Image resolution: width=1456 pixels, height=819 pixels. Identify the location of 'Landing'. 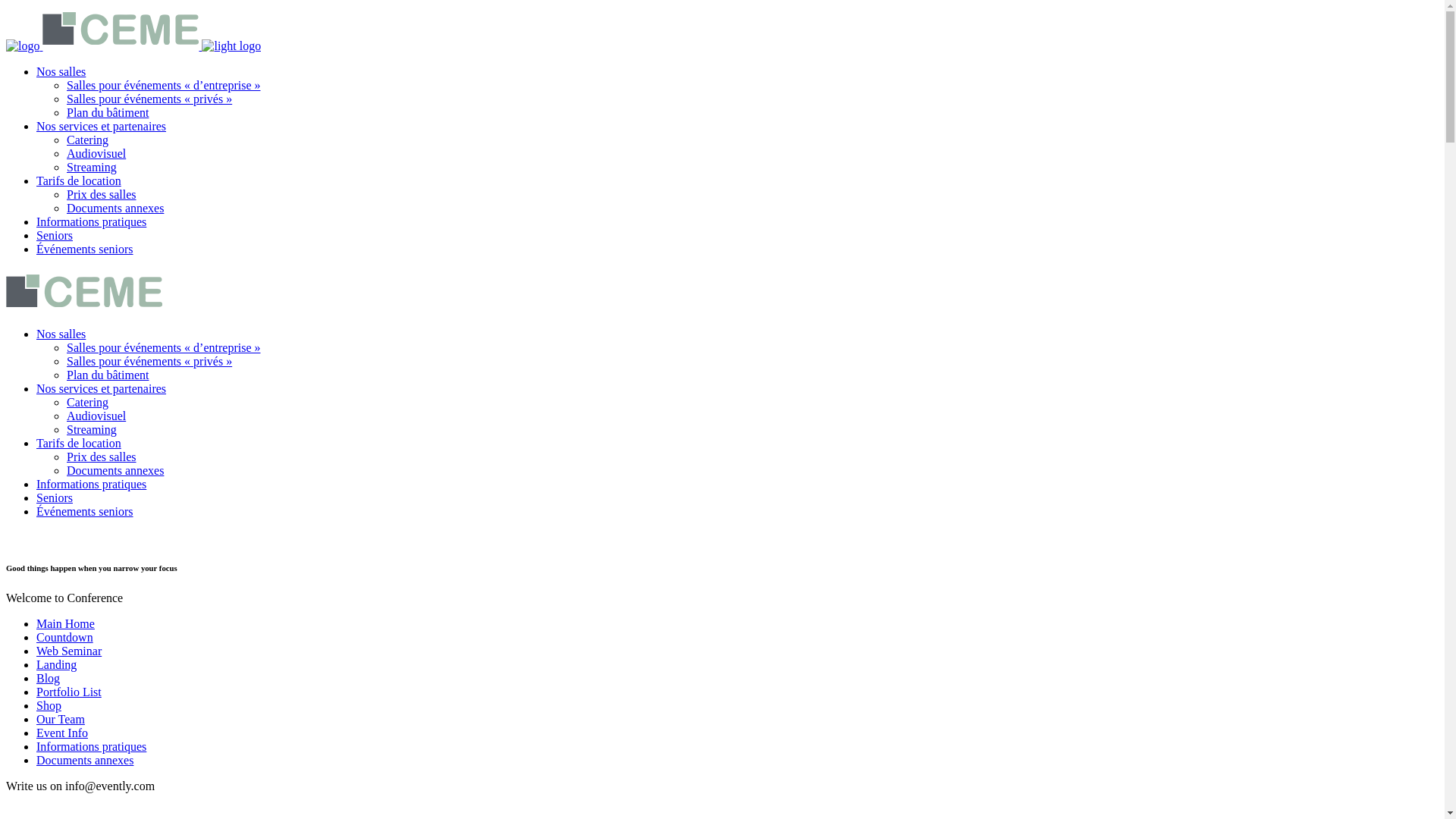
(56, 664).